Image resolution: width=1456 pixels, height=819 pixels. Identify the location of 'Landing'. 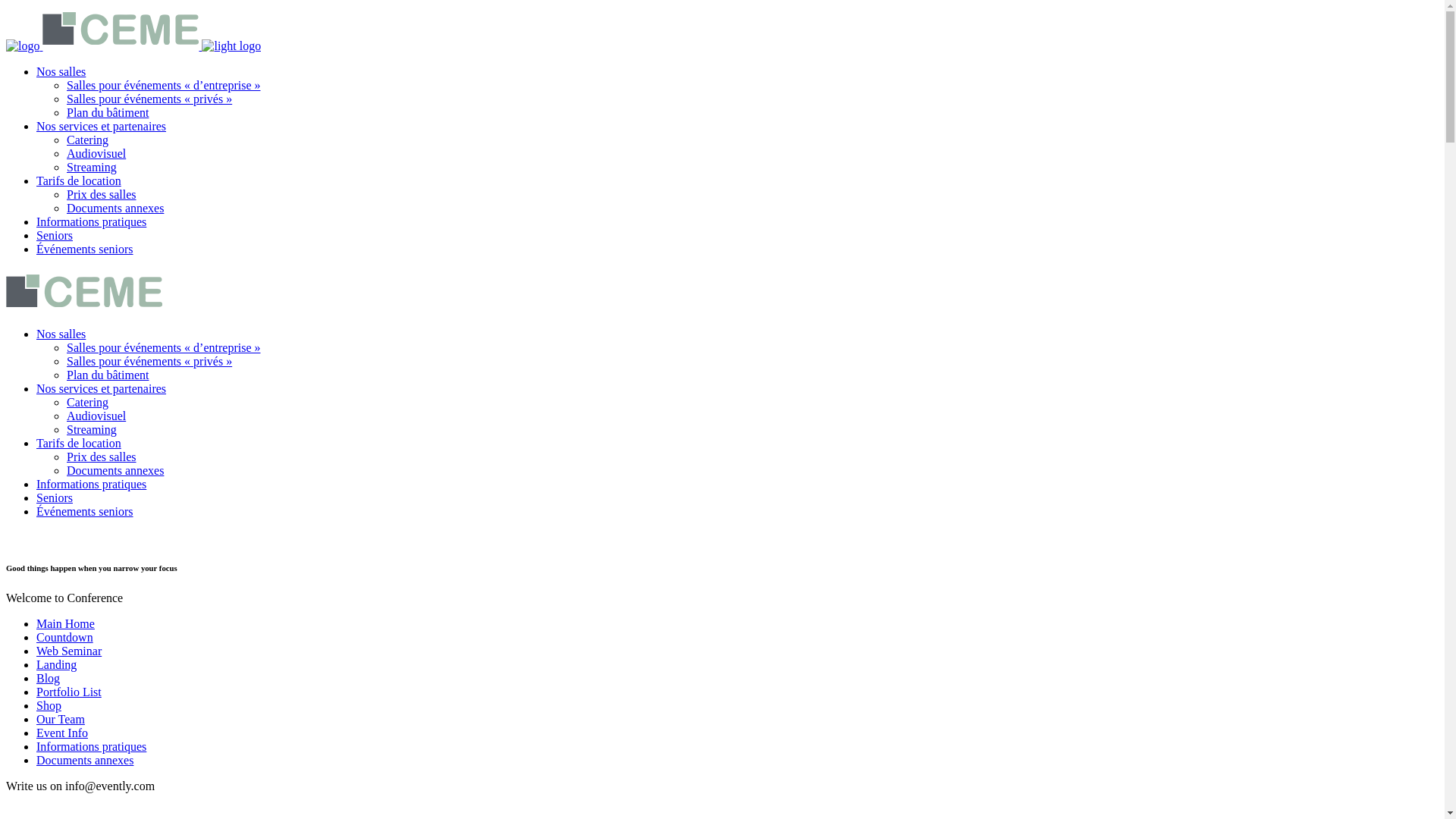
(56, 664).